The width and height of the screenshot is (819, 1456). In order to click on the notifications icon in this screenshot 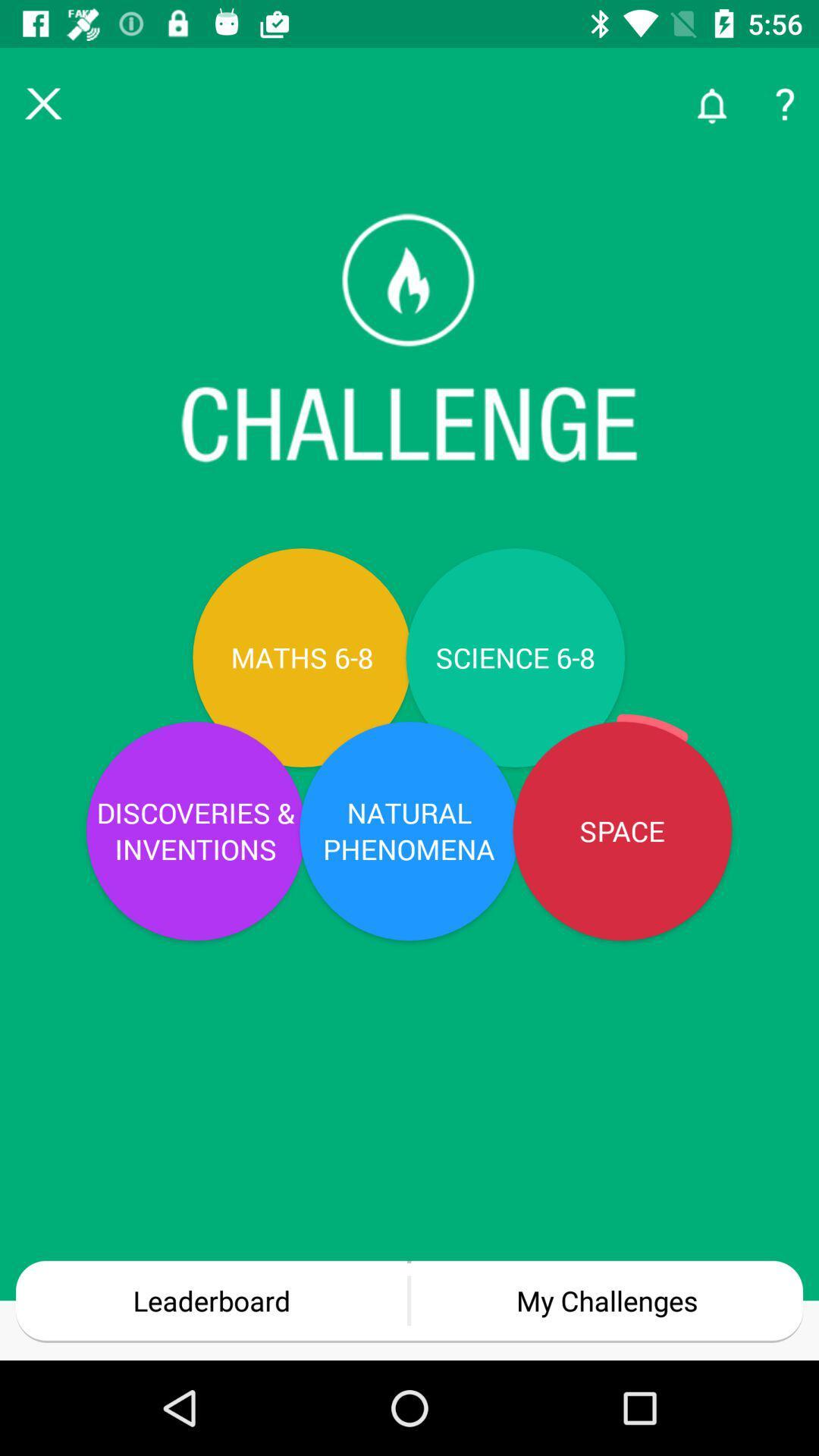, I will do `click(711, 105)`.